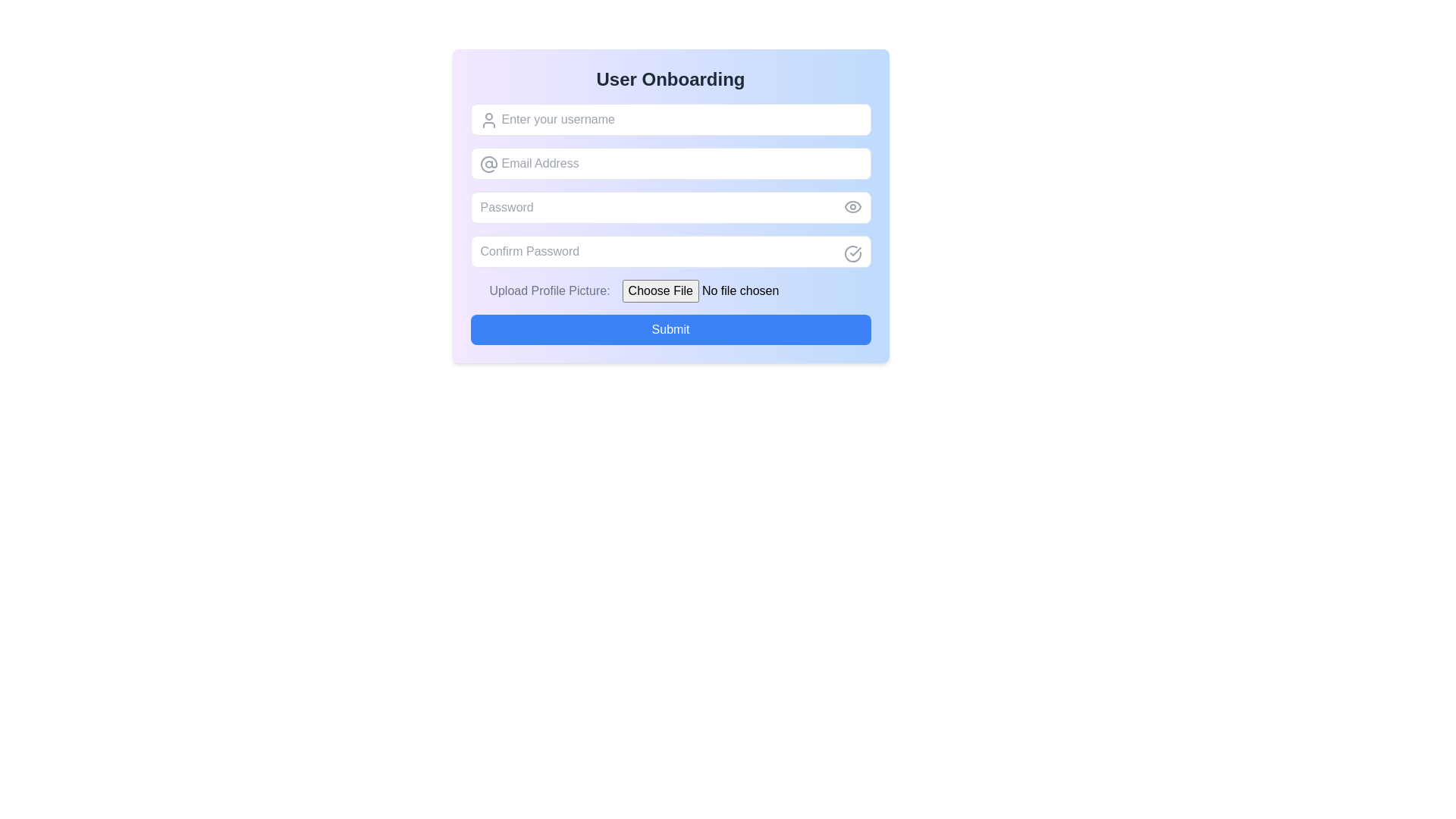 The height and width of the screenshot is (819, 1456). What do you see at coordinates (670, 79) in the screenshot?
I see `the text label that serves as the title or heading for the form component, located at the top of a card-like component` at bounding box center [670, 79].